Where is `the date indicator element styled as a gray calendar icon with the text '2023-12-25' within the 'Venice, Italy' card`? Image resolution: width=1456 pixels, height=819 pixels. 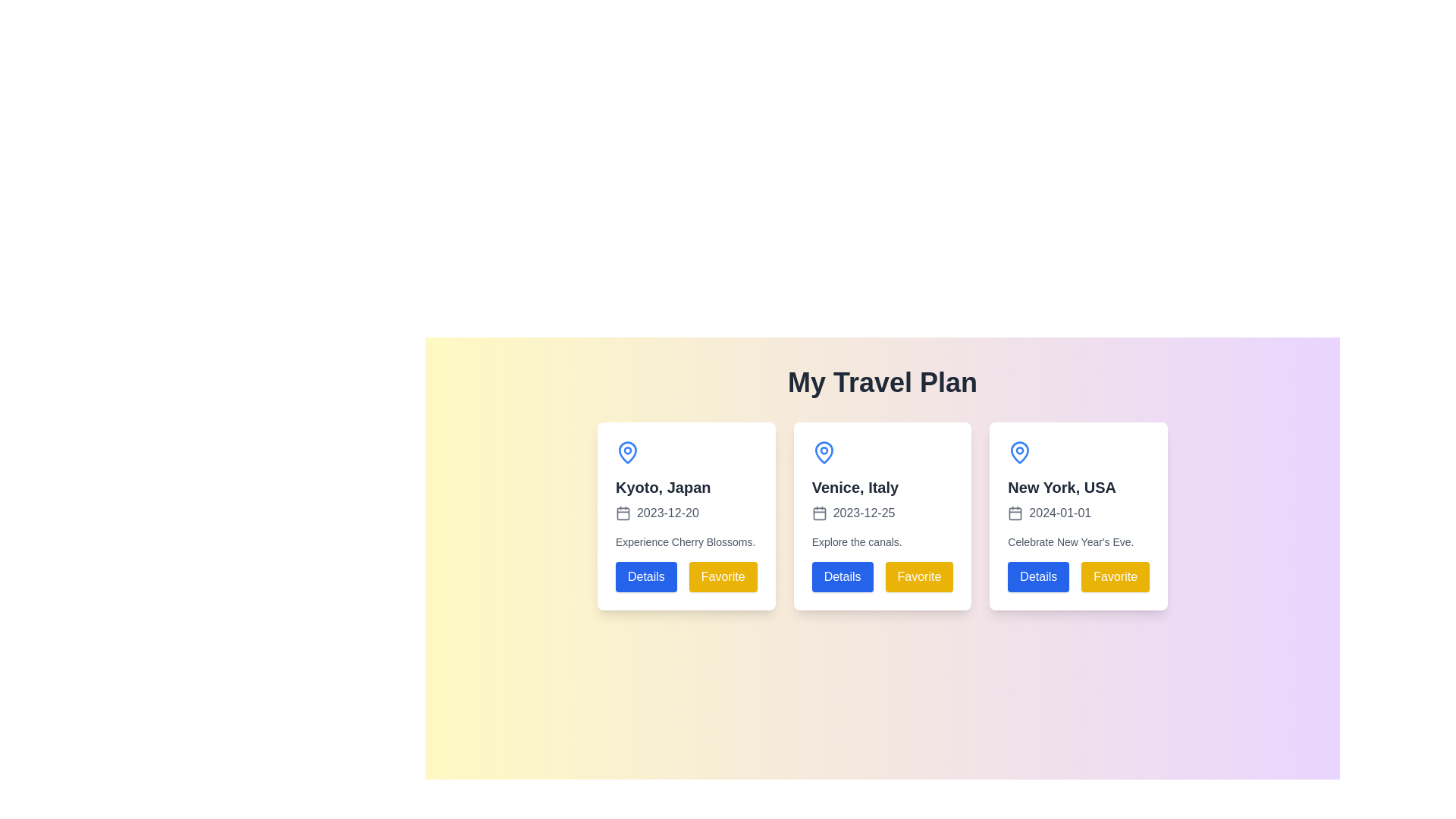
the date indicator element styled as a gray calendar icon with the text '2023-12-25' within the 'Venice, Italy' card is located at coordinates (853, 513).